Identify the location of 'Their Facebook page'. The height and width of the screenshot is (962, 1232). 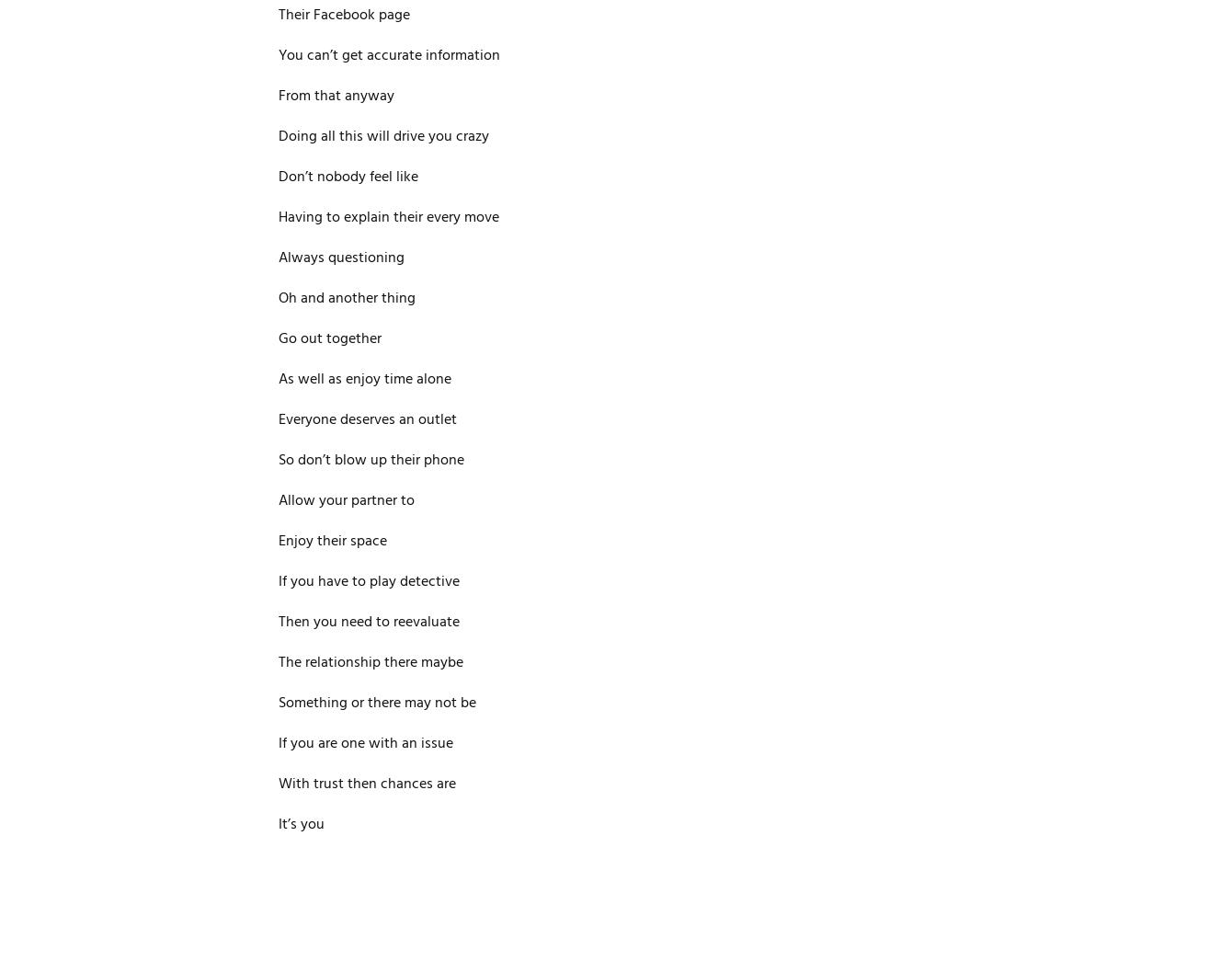
(343, 15).